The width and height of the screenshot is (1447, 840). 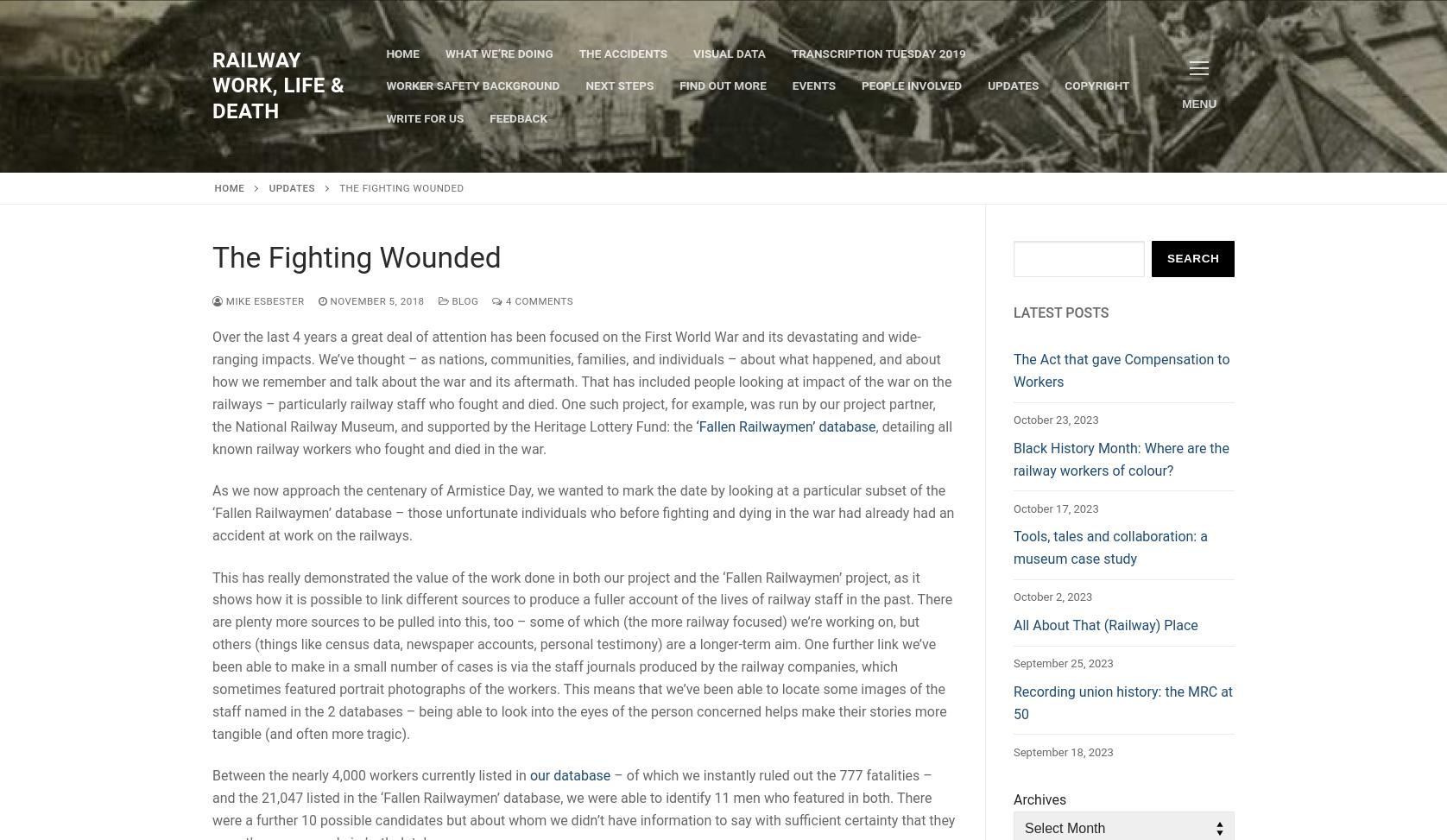 What do you see at coordinates (1062, 751) in the screenshot?
I see `'September 18, 2023'` at bounding box center [1062, 751].